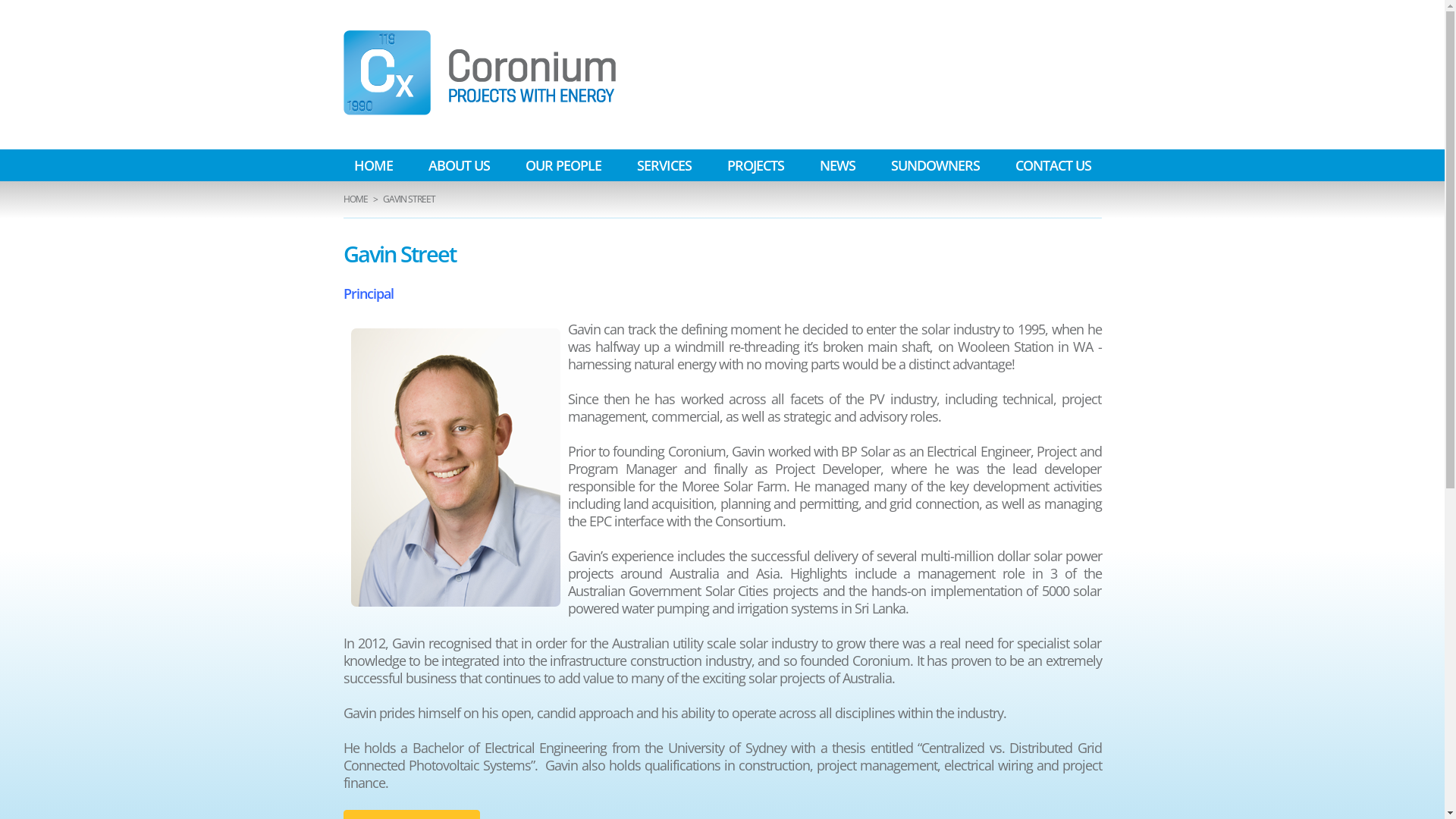 The width and height of the screenshot is (1456, 819). Describe the element at coordinates (562, 165) in the screenshot. I see `'OUR PEOPLE'` at that location.